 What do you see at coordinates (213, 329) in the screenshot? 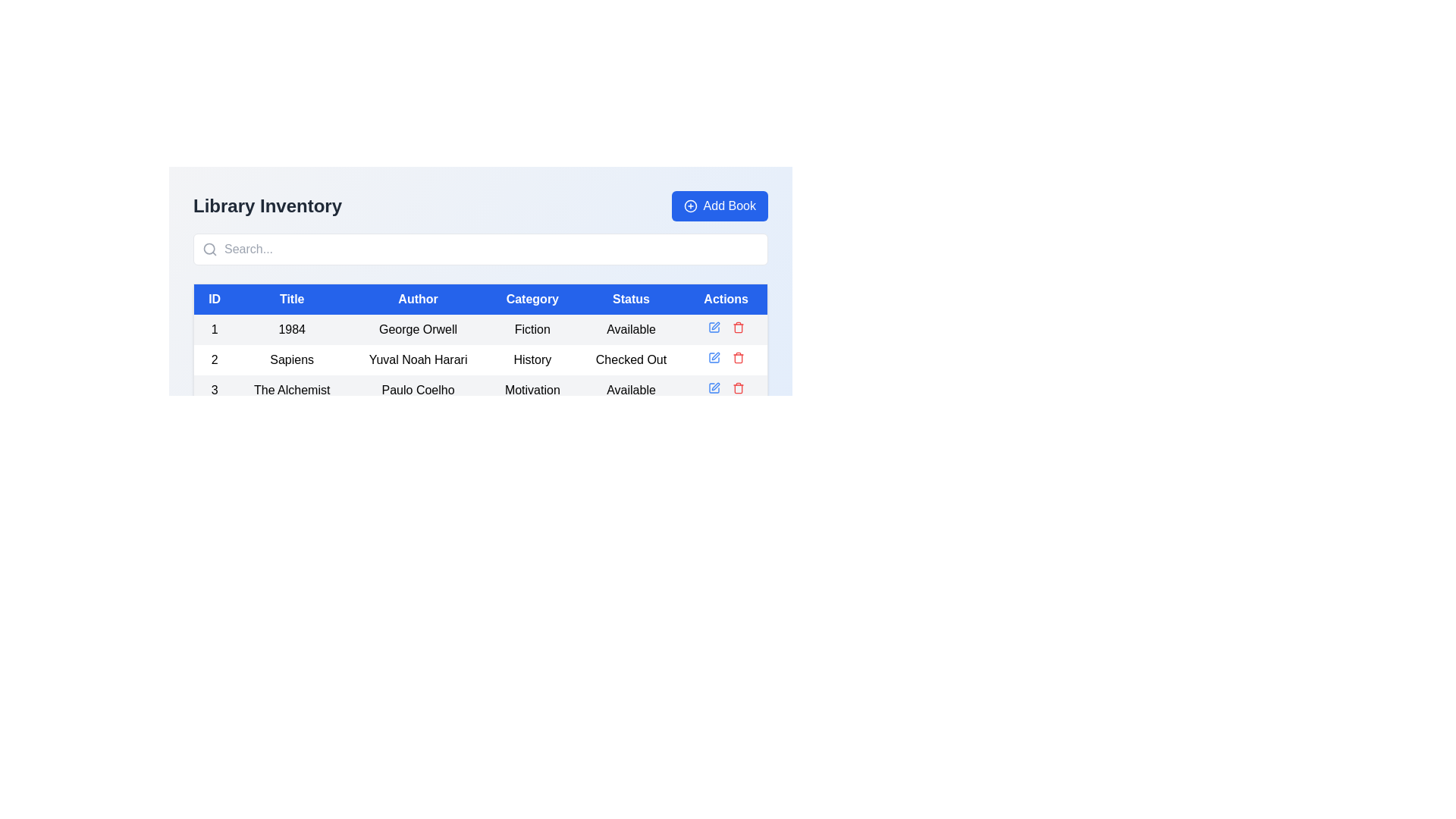
I see `the static text label displaying the number '1' in the first column of the table row for the book '1984' by George Orwell` at bounding box center [213, 329].